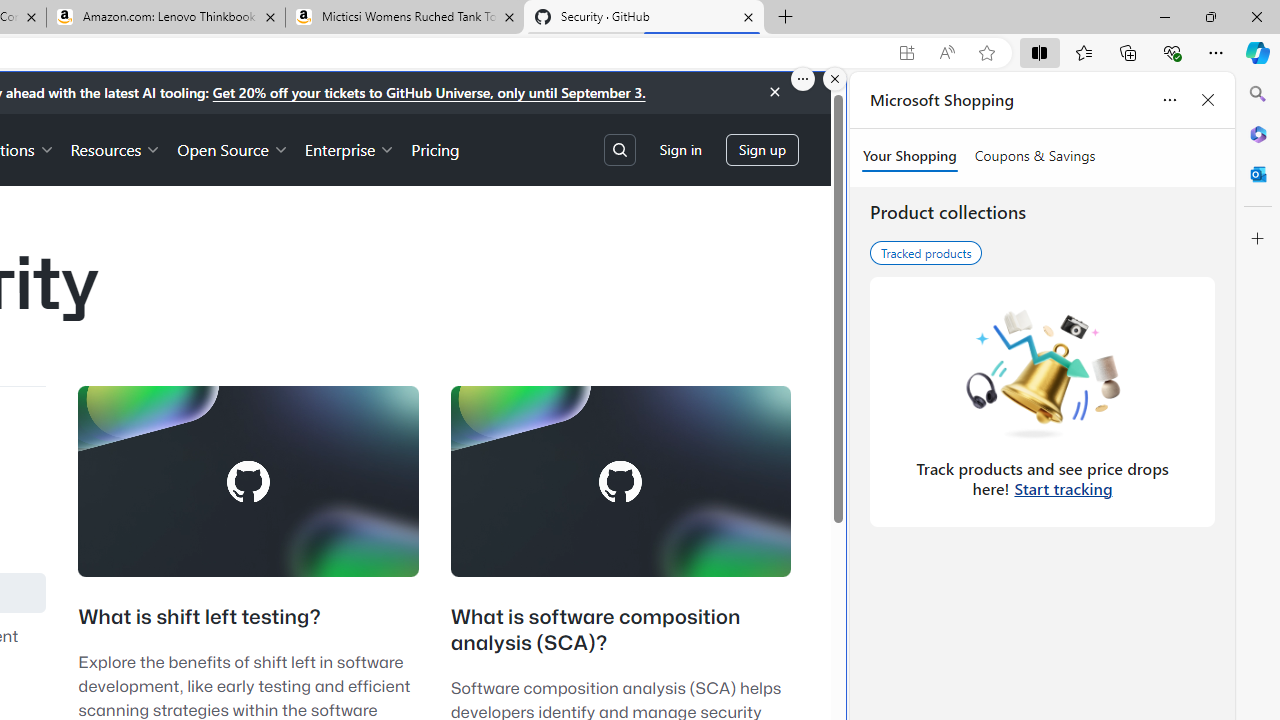 This screenshot has width=1280, height=720. What do you see at coordinates (905, 52) in the screenshot?
I see `'App available. Install '` at bounding box center [905, 52].